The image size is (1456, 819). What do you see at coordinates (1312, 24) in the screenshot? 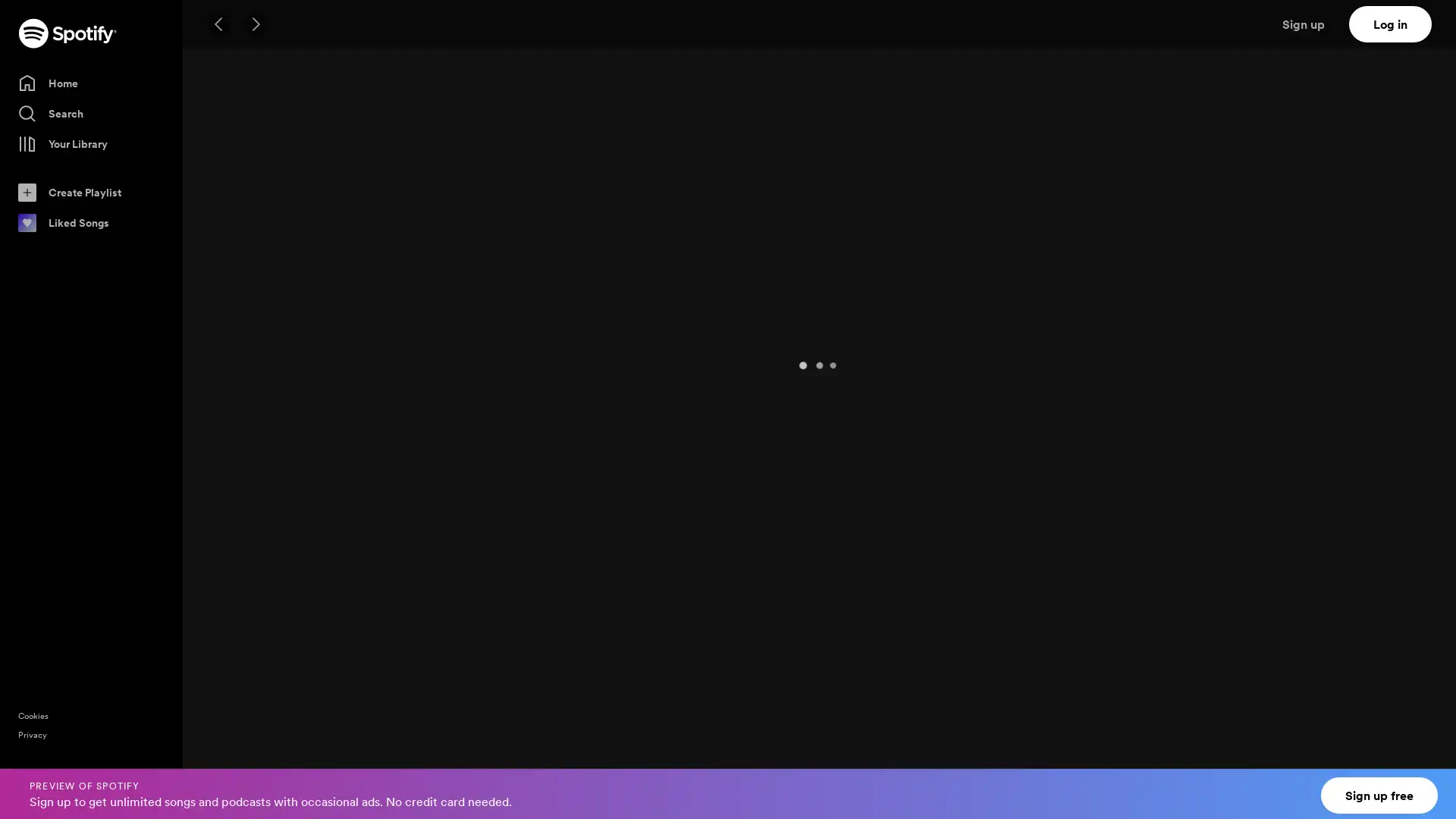
I see `Sign up` at bounding box center [1312, 24].